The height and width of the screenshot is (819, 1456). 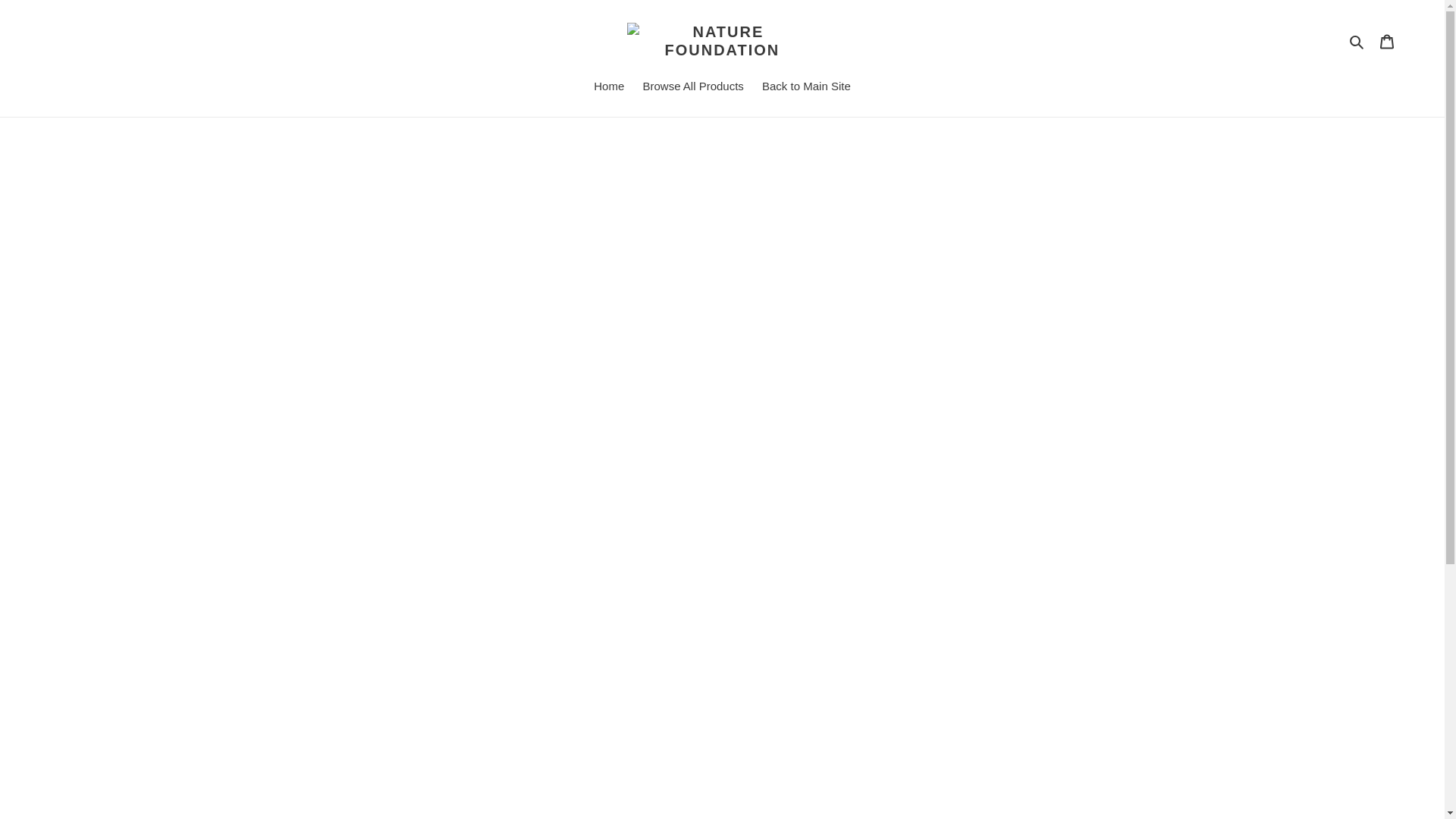 I want to click on 'Search', so click(x=1357, y=40).